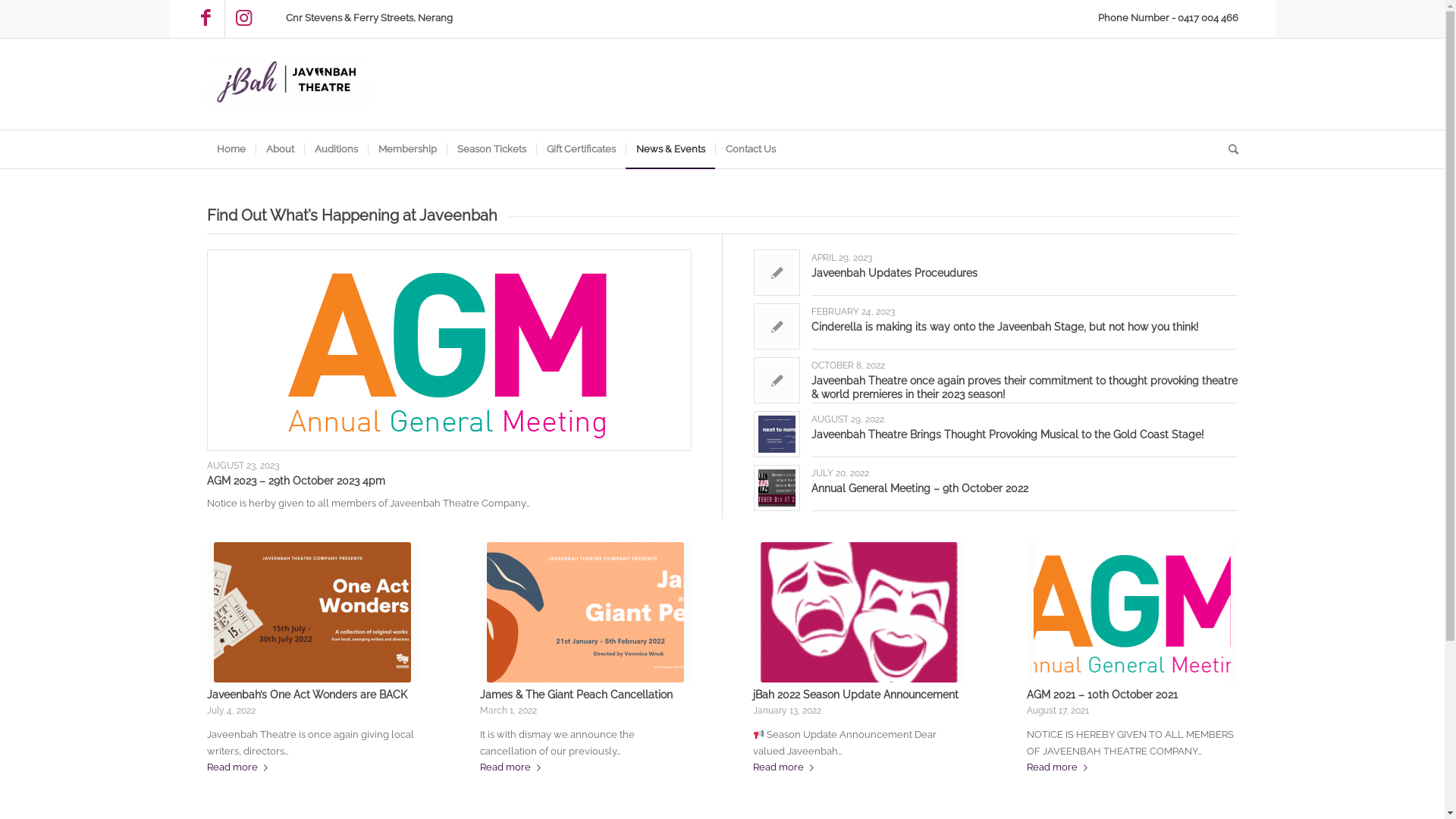 The height and width of the screenshot is (819, 1456). What do you see at coordinates (204, 18) in the screenshot?
I see `'Facebook'` at bounding box center [204, 18].